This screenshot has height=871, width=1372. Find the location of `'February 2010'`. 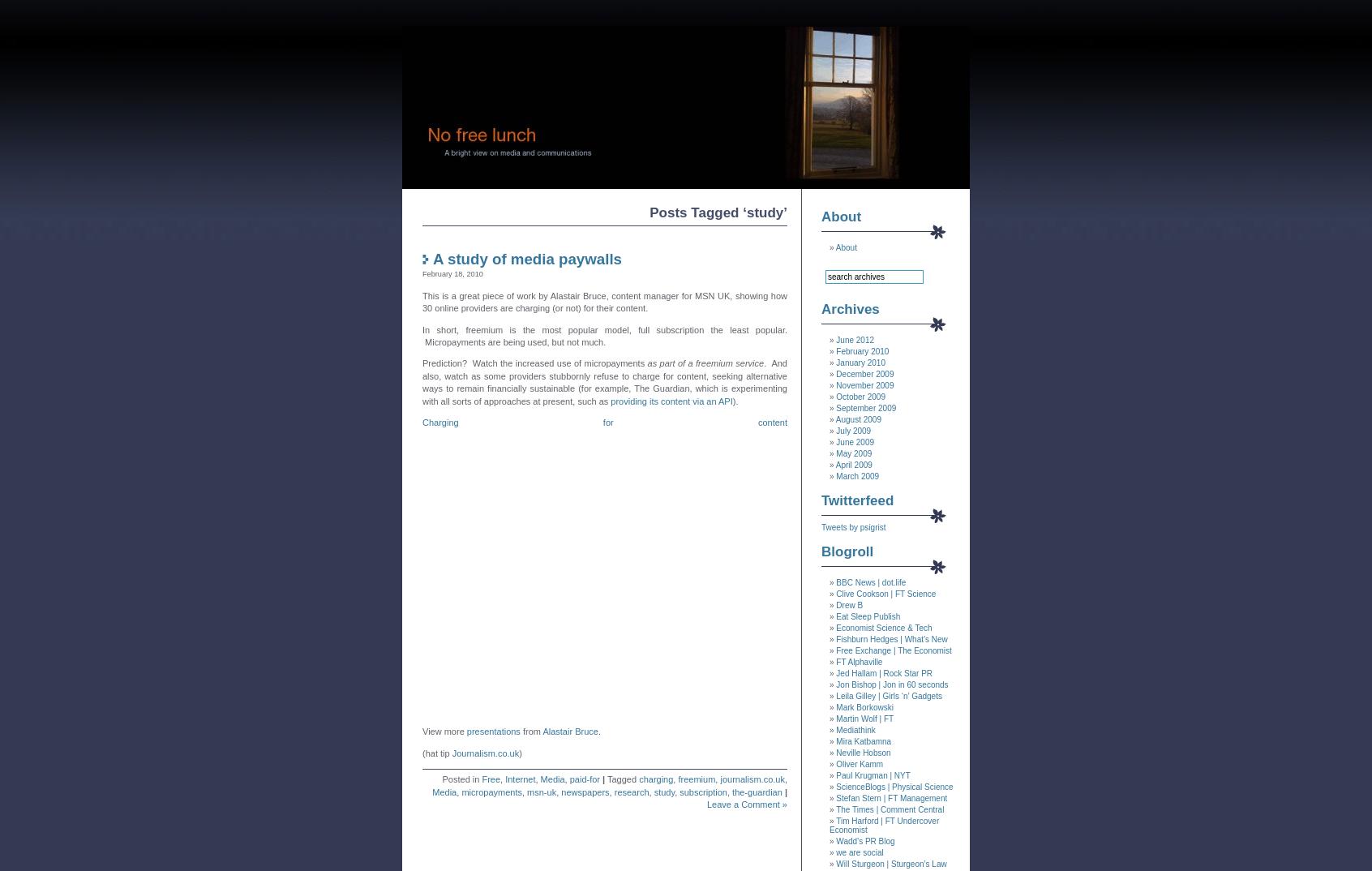

'February 2010' is located at coordinates (862, 350).